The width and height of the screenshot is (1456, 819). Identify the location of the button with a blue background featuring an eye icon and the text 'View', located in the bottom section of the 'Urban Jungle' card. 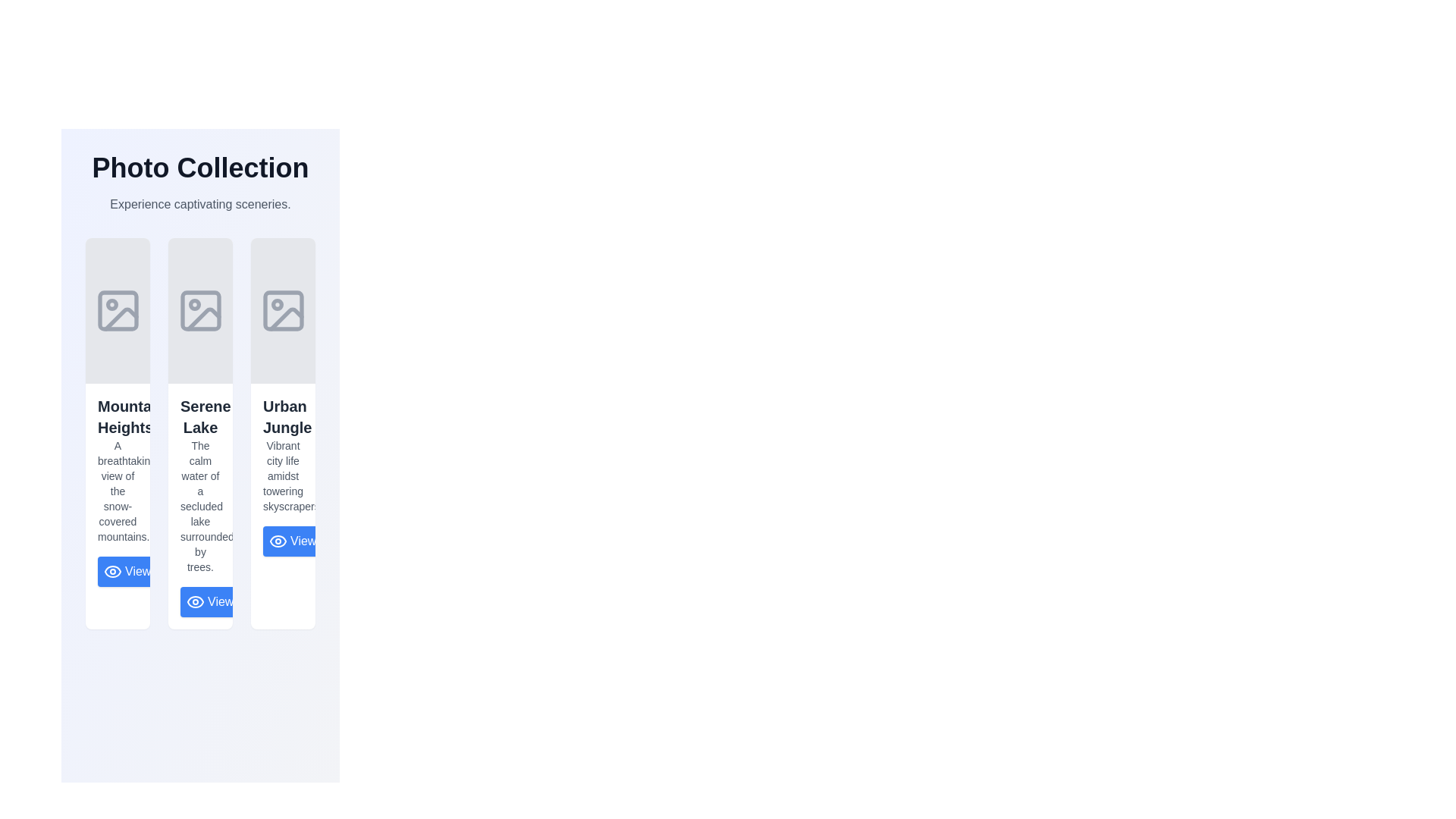
(283, 540).